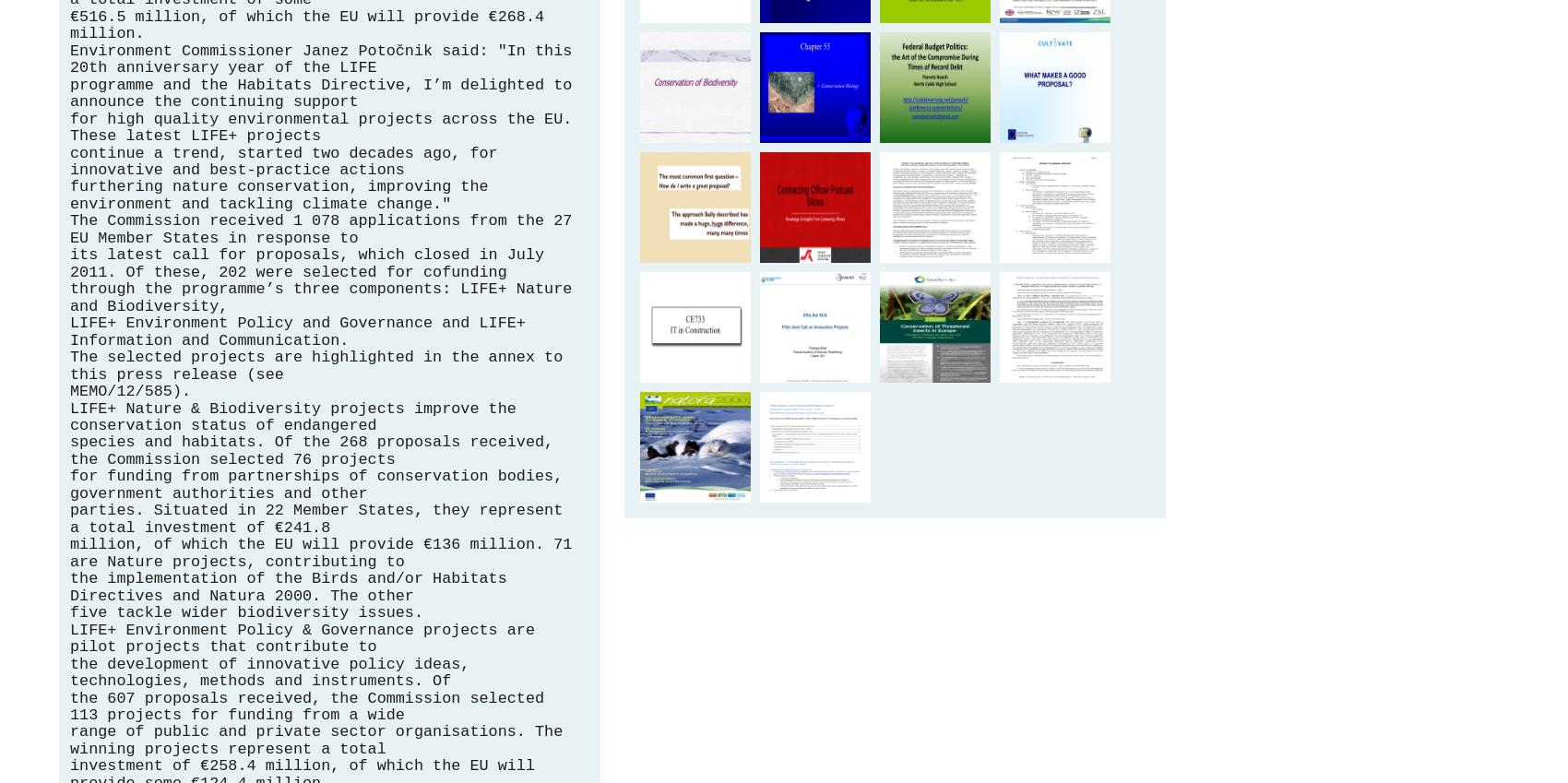  Describe the element at coordinates (662, 458) in the screenshot. I see `'Biodiversity and Climate Change - European Commission'` at that location.